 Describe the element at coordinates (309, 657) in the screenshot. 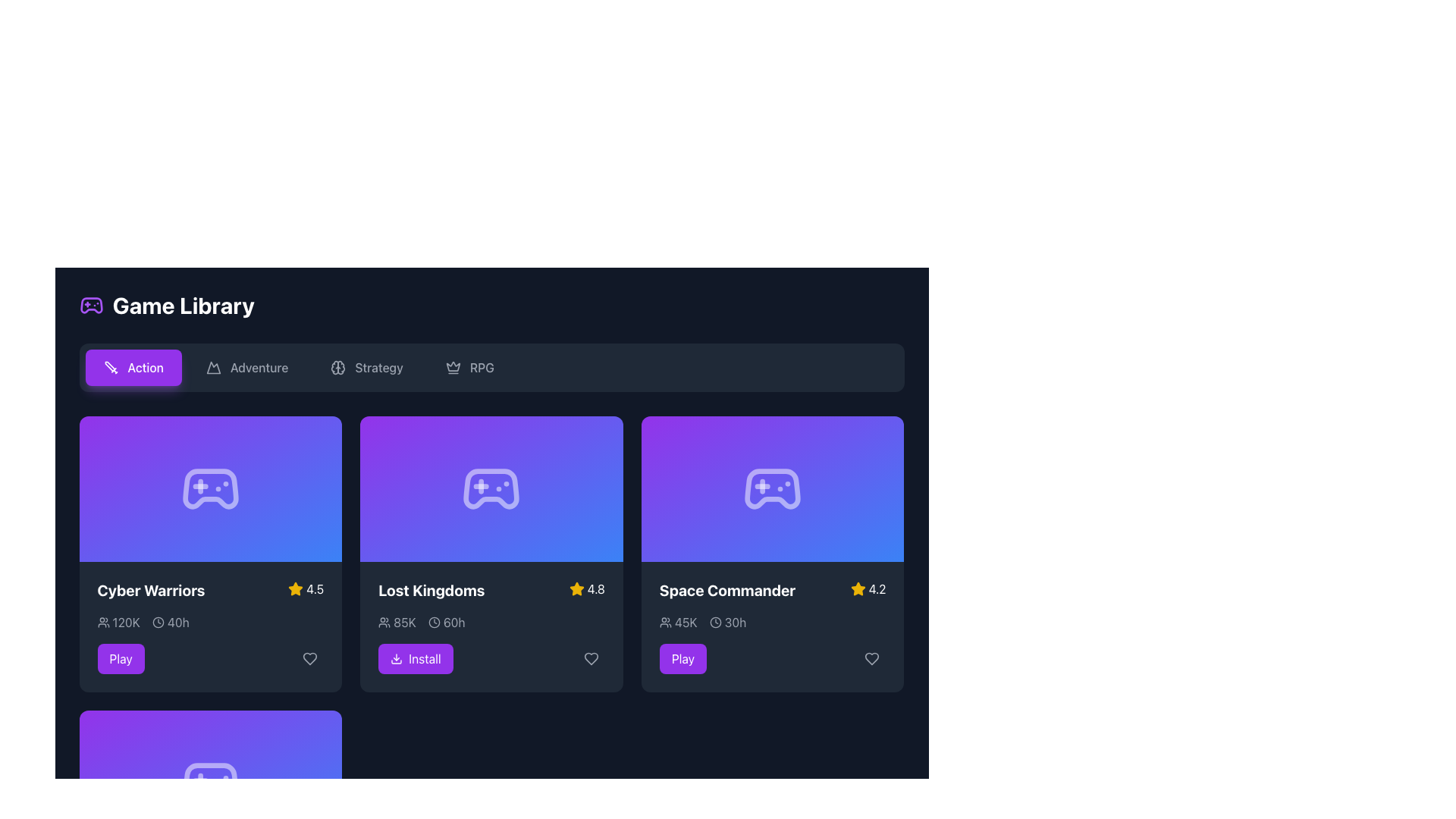

I see `the heart icon button located in the lower-right corner of the first game card in the second row` at that location.